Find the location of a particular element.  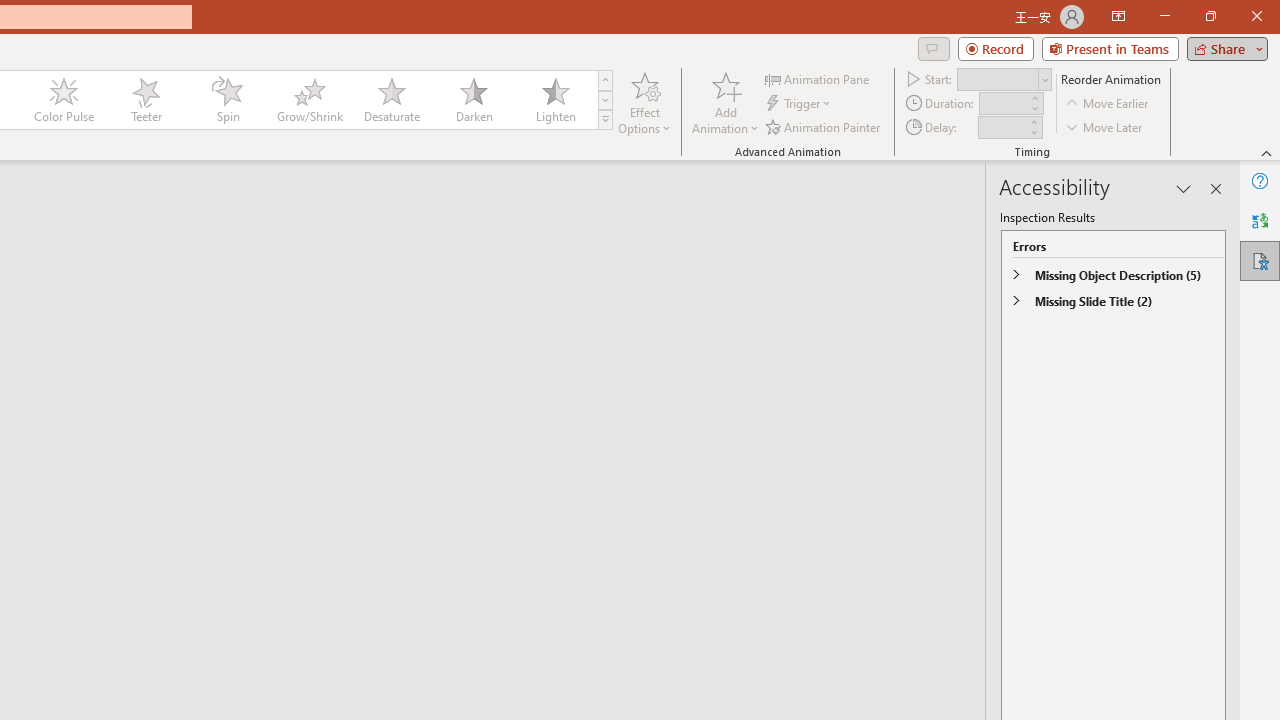

'Lighten' is located at coordinates (555, 100).